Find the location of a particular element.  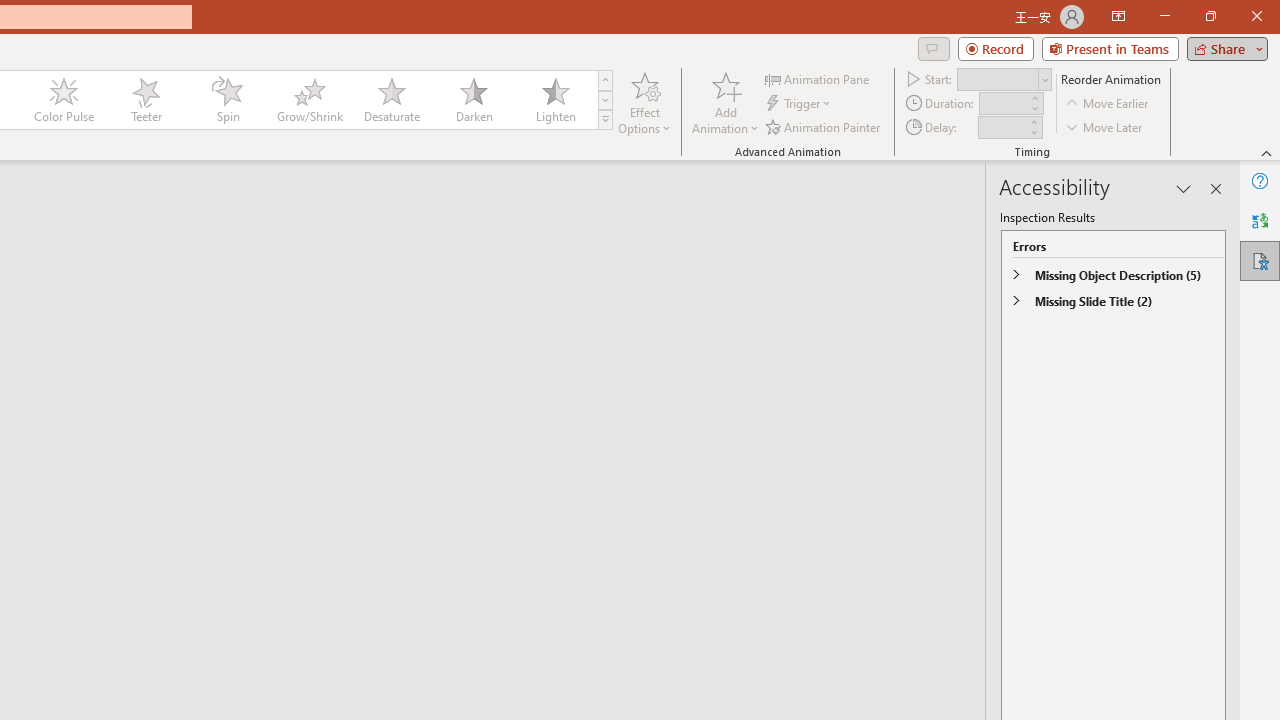

'Lighten' is located at coordinates (555, 100).